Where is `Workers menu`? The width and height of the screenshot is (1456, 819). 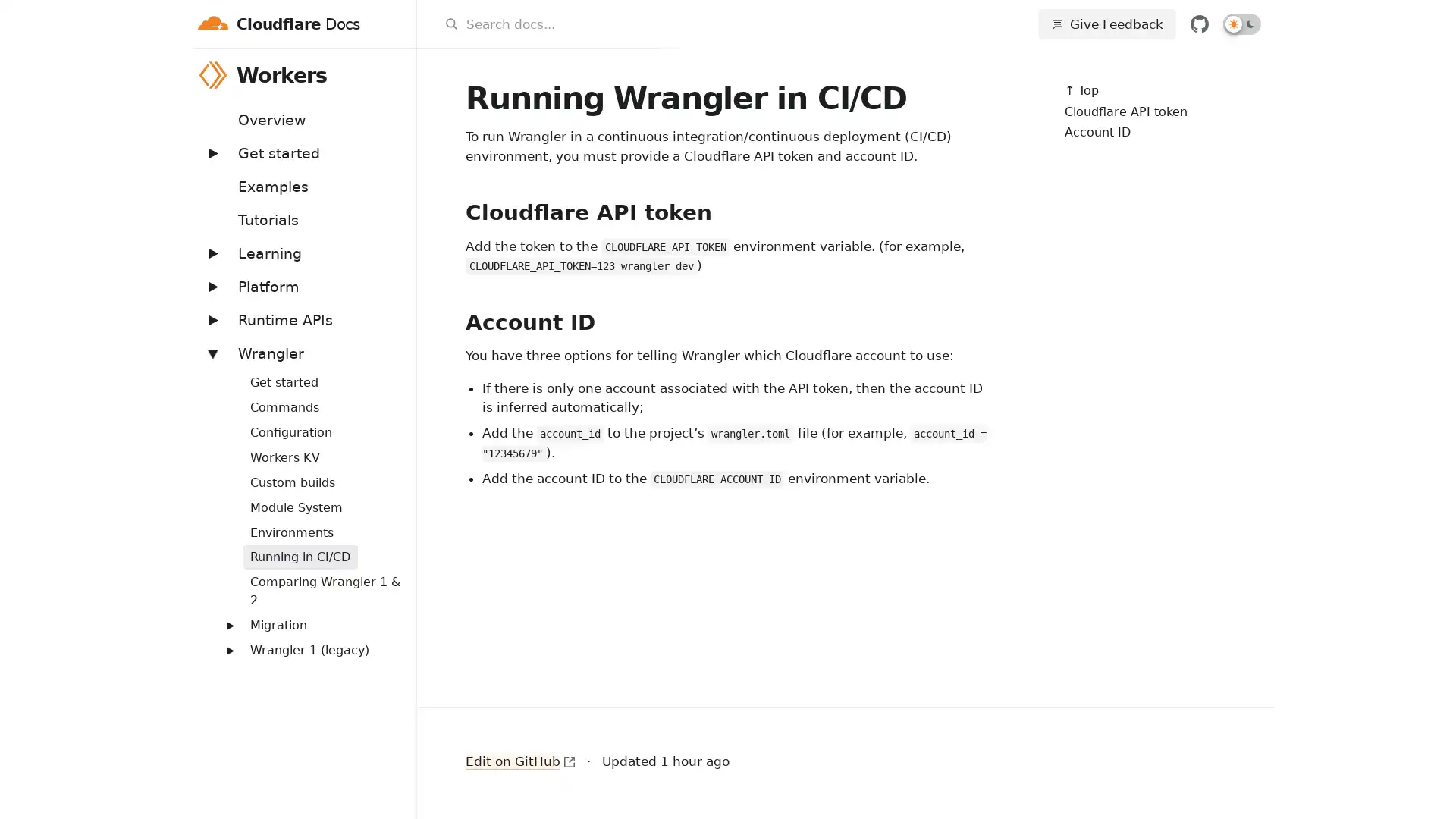
Workers menu is located at coordinates (396, 74).